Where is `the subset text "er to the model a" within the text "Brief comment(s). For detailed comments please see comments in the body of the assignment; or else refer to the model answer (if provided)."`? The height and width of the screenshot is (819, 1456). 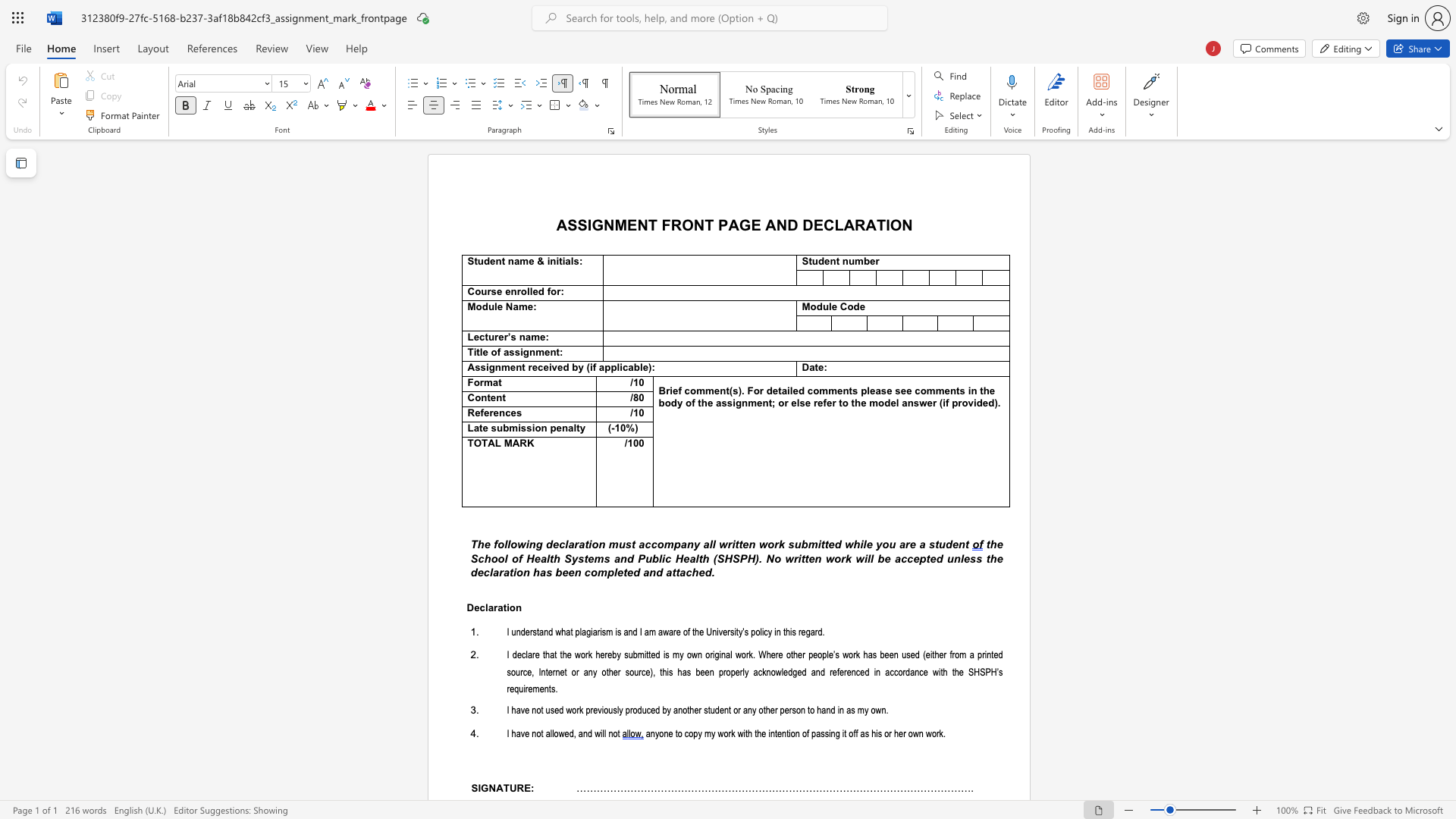 the subset text "er to the model a" within the text "Brief comment(s). For detailed comments please see comments in the body of the assignment; or else refer to the model answer (if provided)." is located at coordinates (825, 402).